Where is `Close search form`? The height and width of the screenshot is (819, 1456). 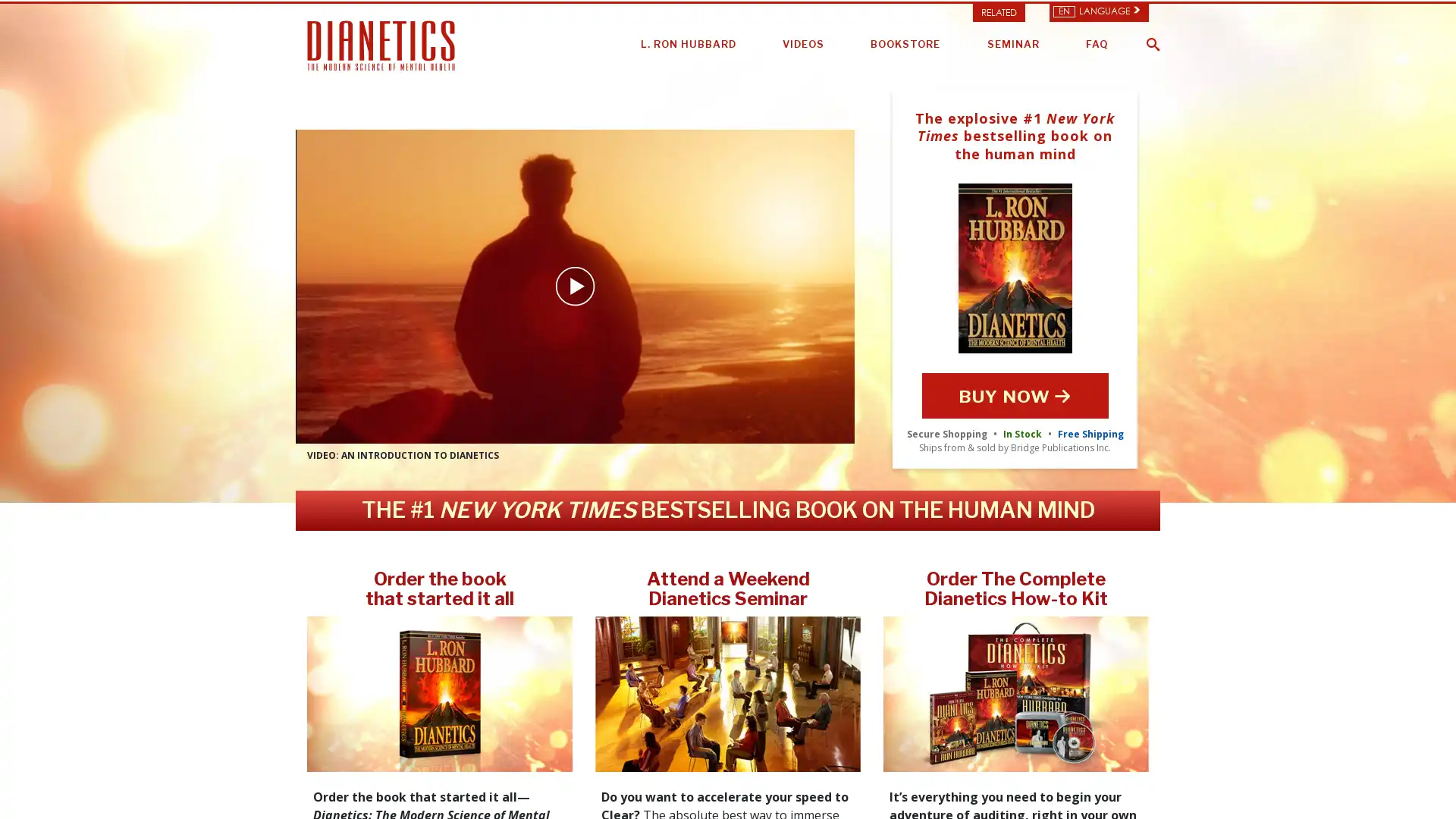 Close search form is located at coordinates (1429, 33).